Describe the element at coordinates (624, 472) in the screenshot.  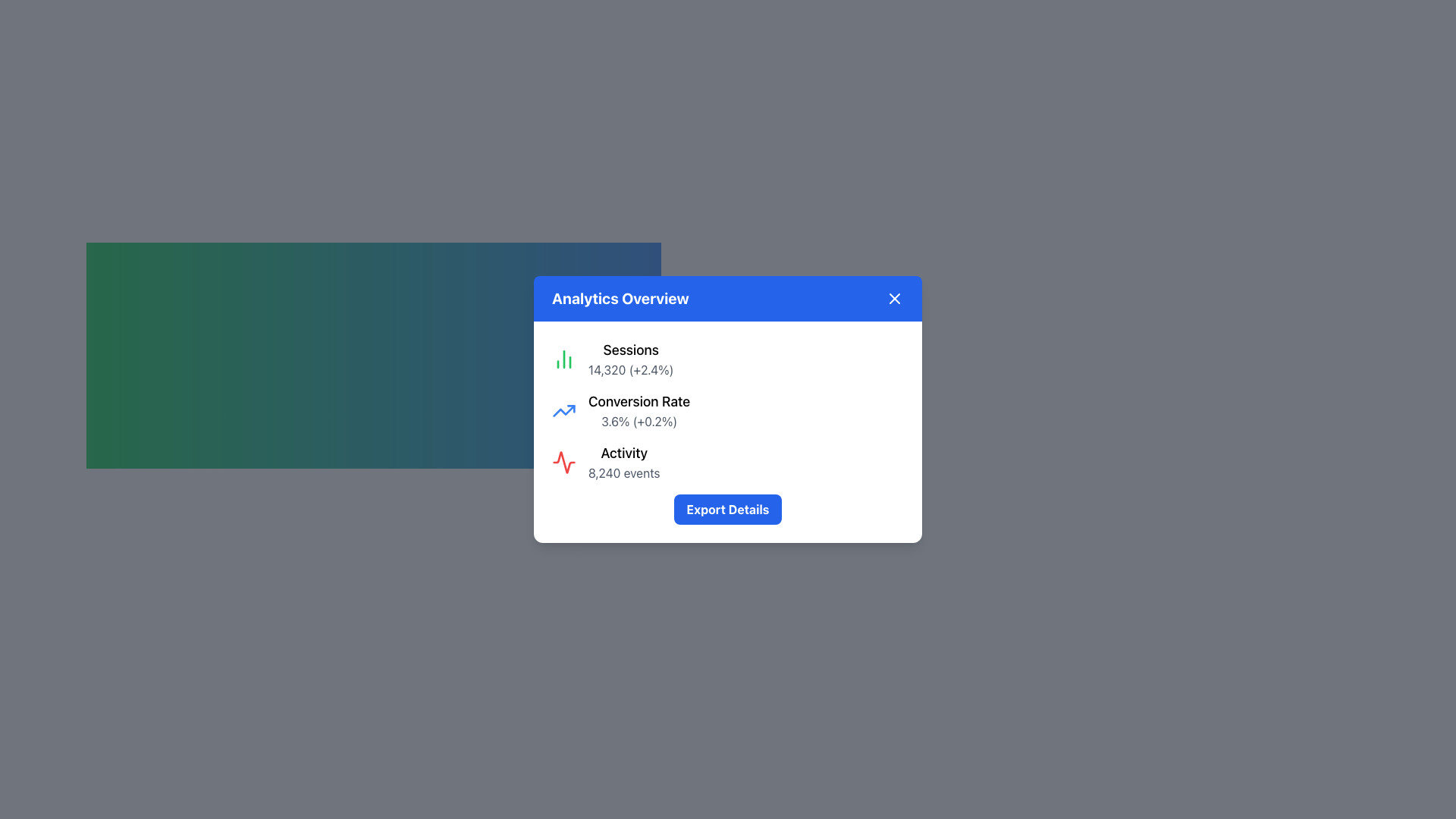
I see `the static text element that provides the summary statistic of events in the 'Activity' section, located under the 'Analytics Overview' card following the heading 'Activity'` at that location.